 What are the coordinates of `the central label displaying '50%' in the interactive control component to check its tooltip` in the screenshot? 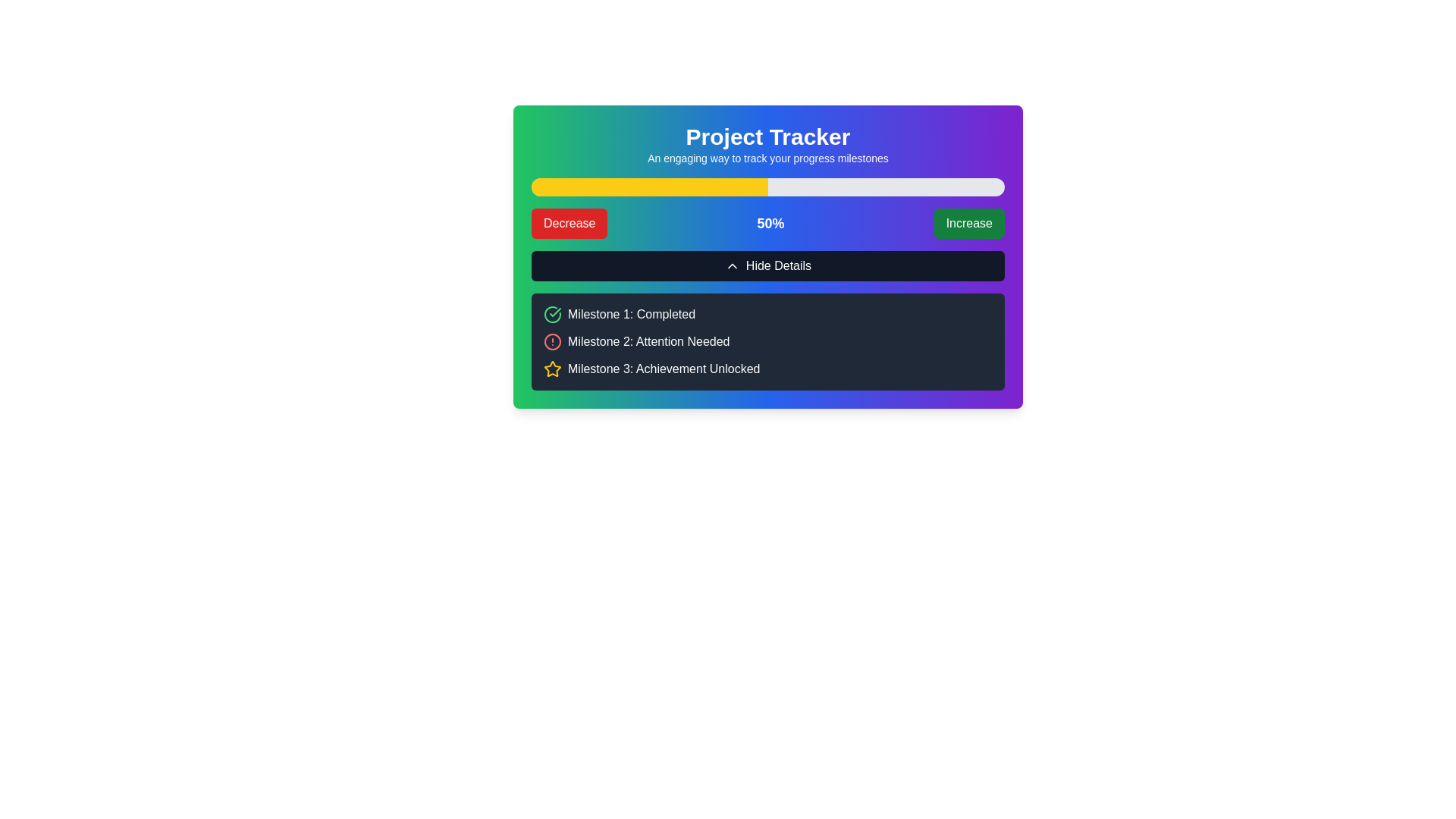 It's located at (767, 223).